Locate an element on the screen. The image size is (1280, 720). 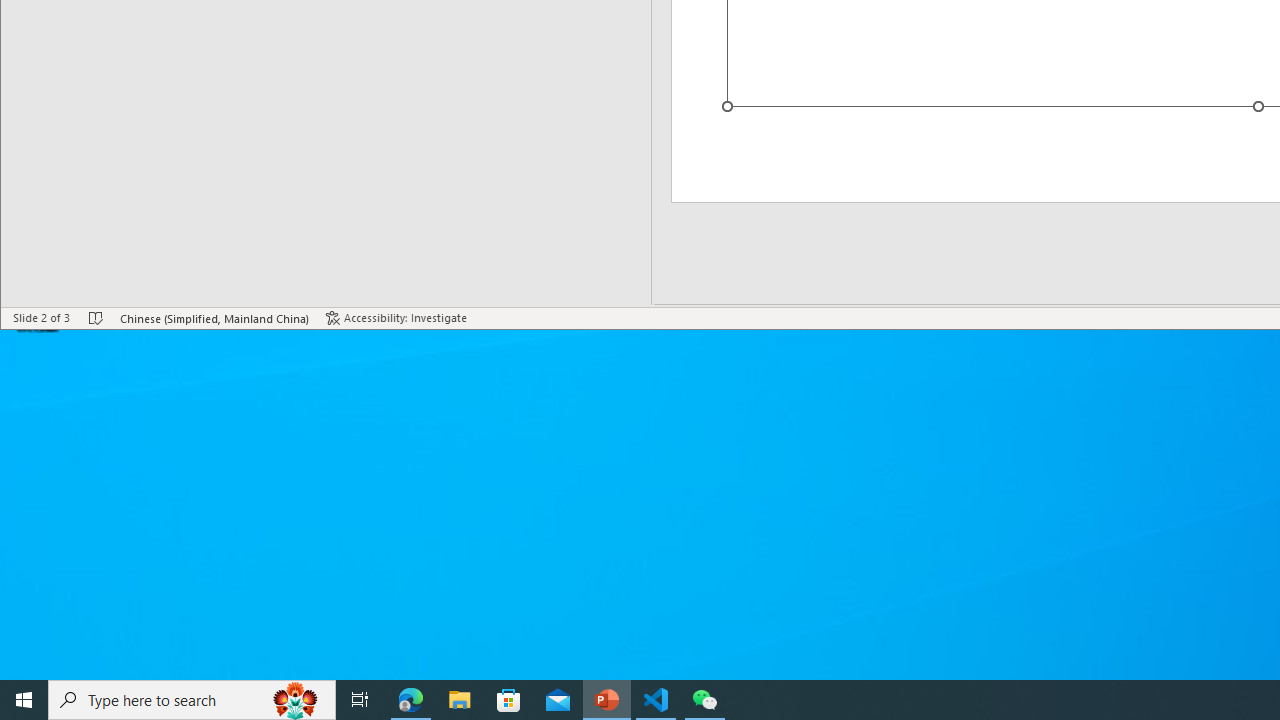
'WeChat - 1 running window' is located at coordinates (705, 698).